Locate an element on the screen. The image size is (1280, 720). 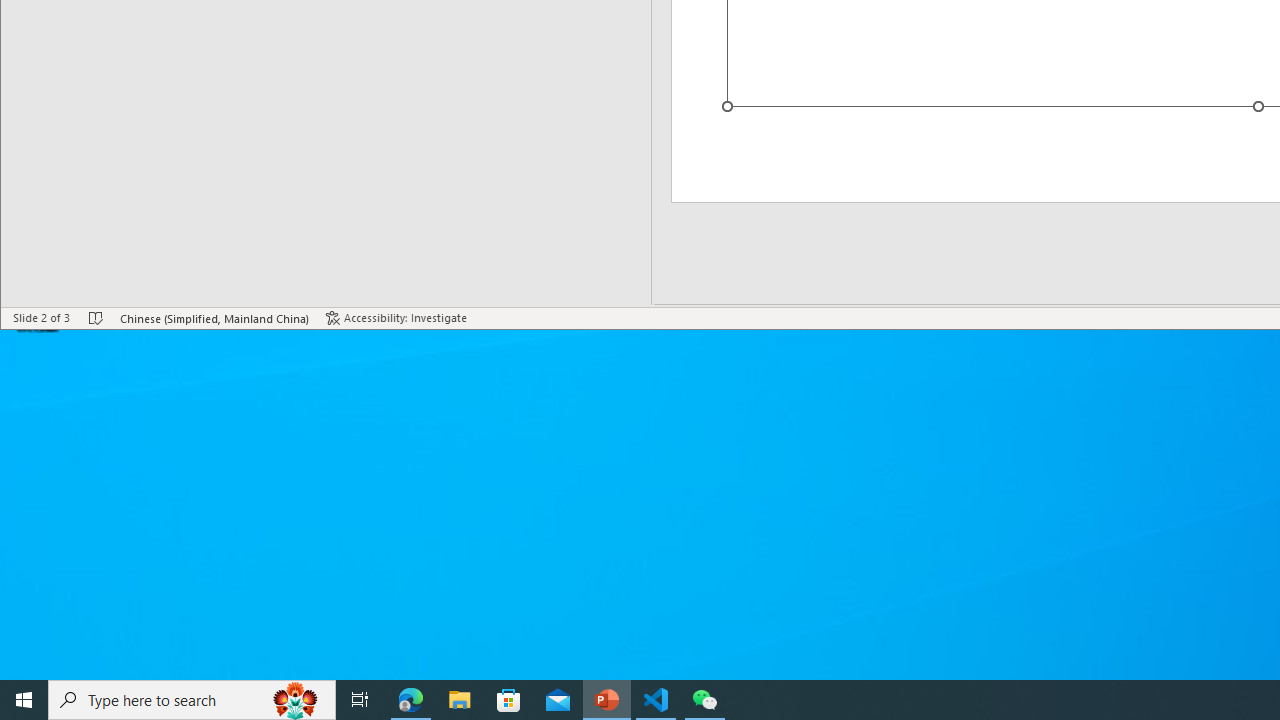
'WeChat - 1 running window' is located at coordinates (705, 698).